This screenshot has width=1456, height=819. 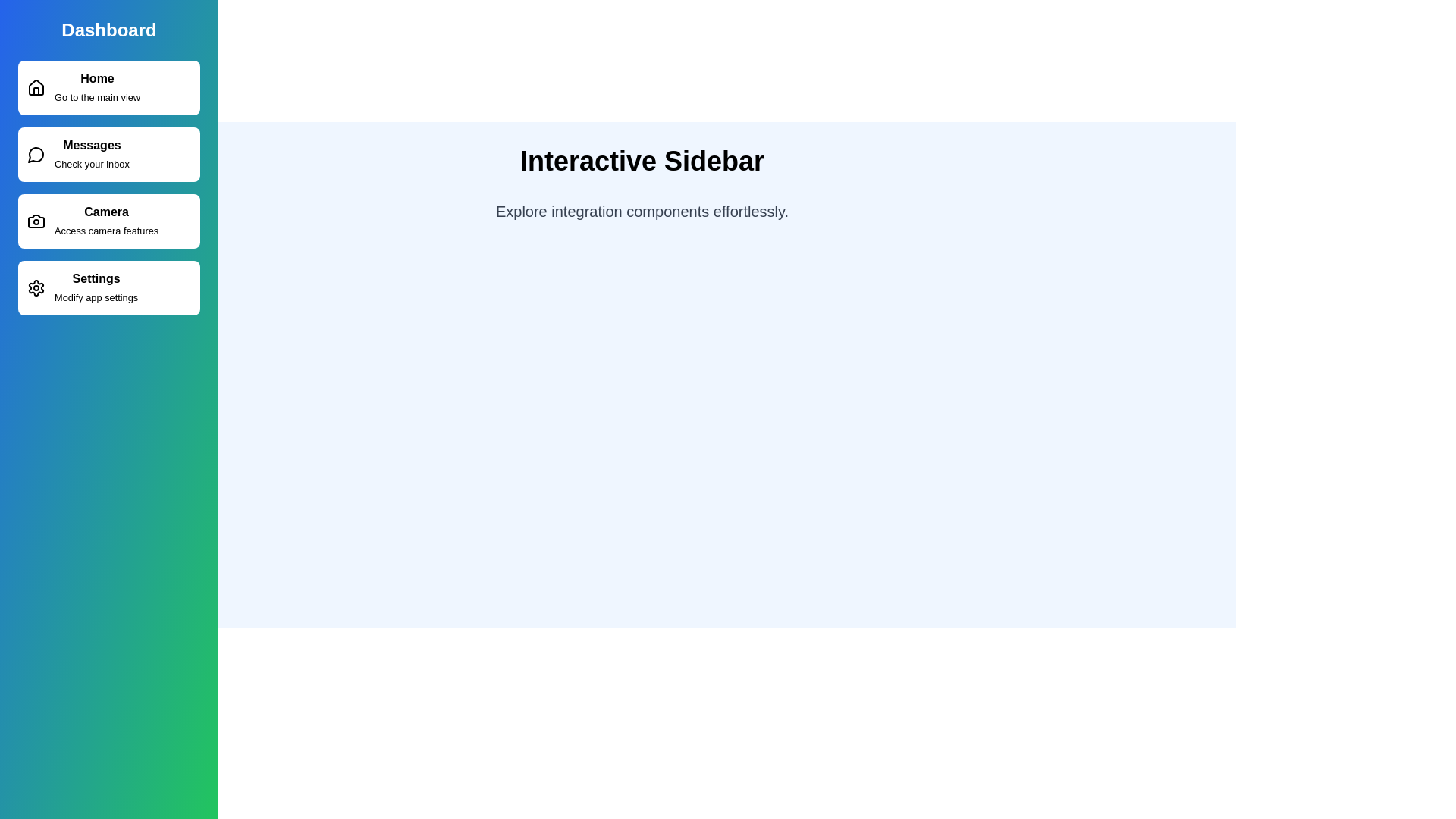 I want to click on the sidebar item corresponding to Home, so click(x=108, y=87).